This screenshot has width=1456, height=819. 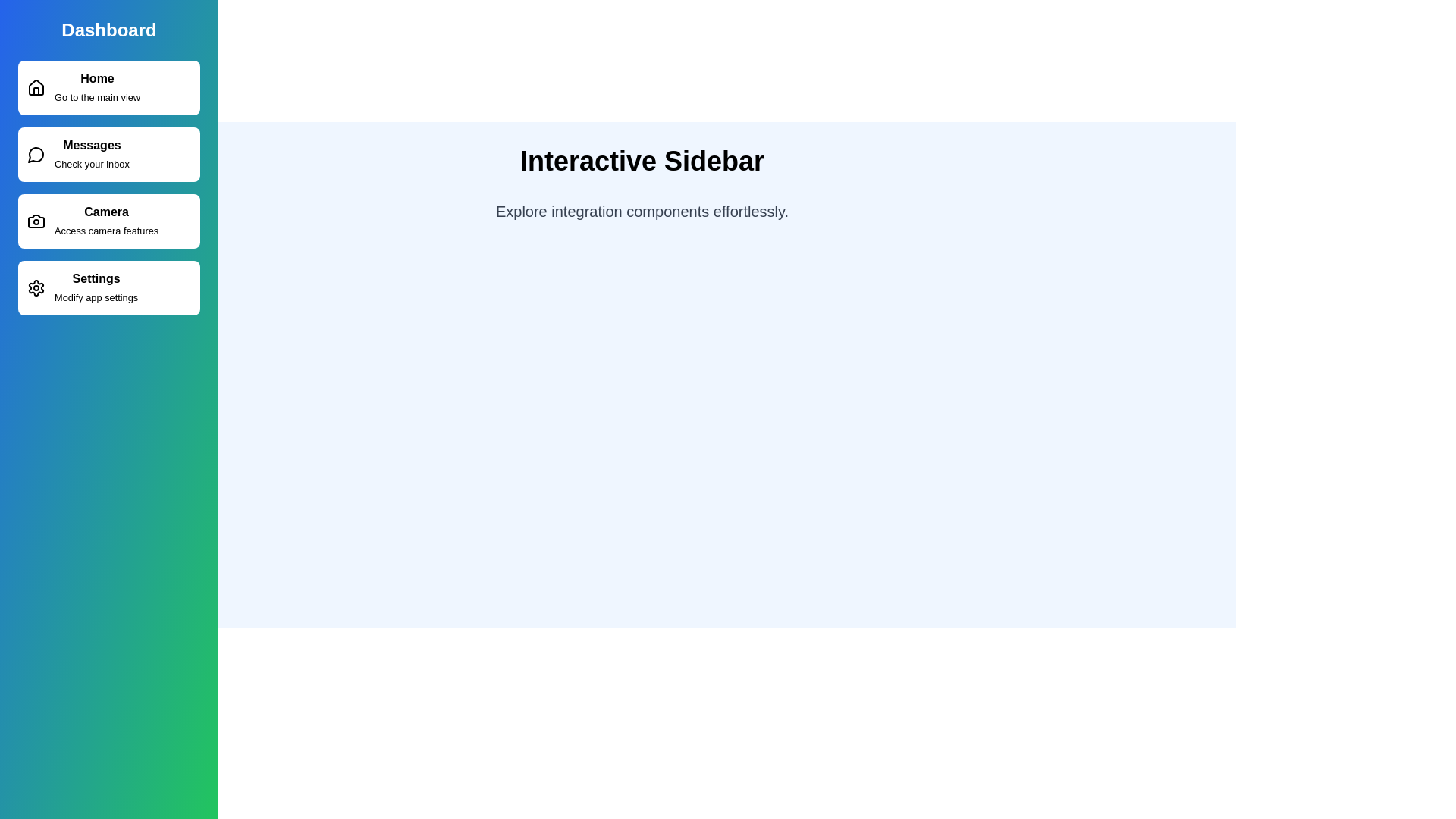 I want to click on the sidebar item corresponding to Home, so click(x=108, y=87).